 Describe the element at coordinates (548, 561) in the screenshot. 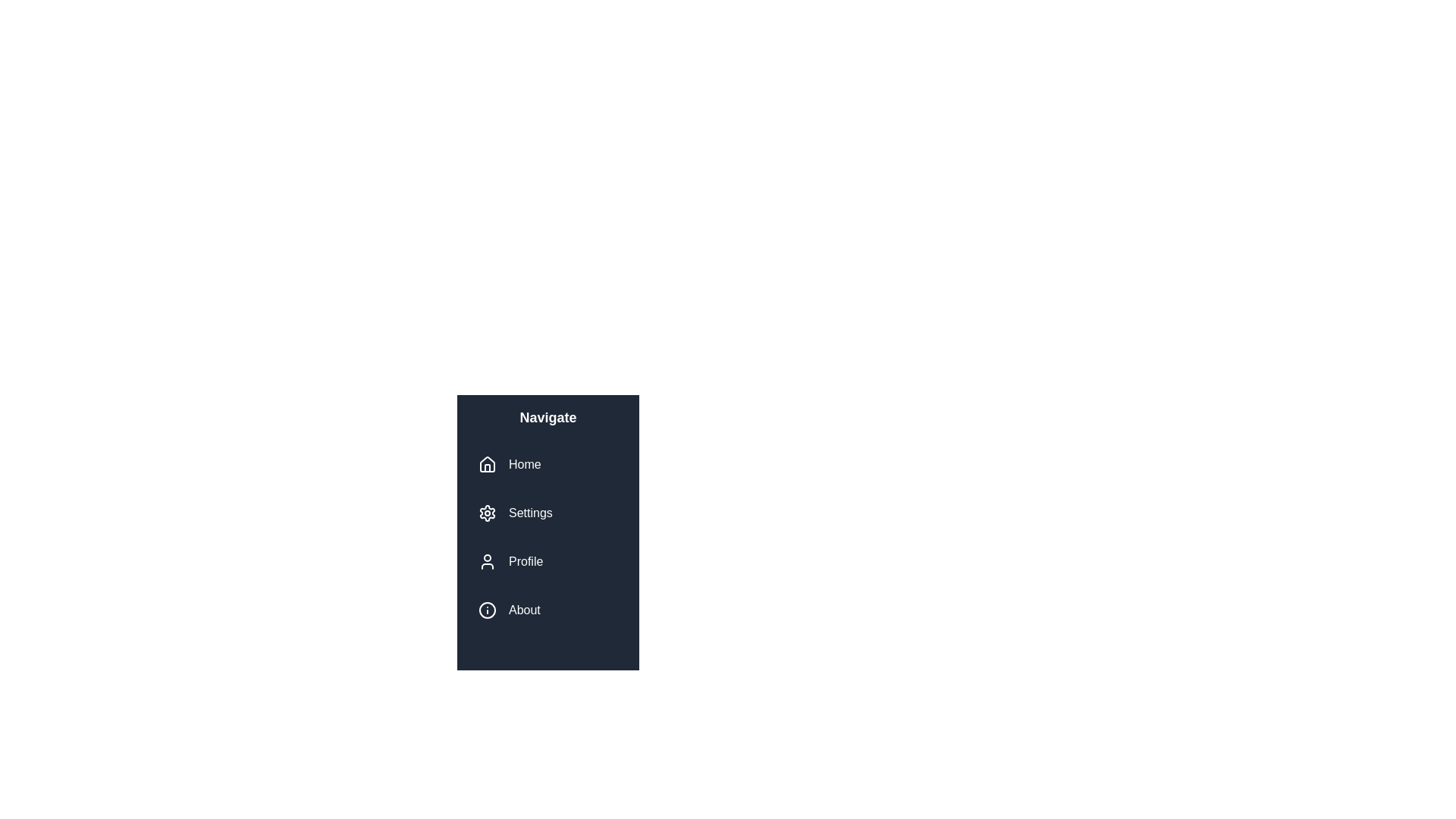

I see `the 'Profile' Navigation Button, which is the third item in the vertical navigation menu under 'Navigate'` at that location.